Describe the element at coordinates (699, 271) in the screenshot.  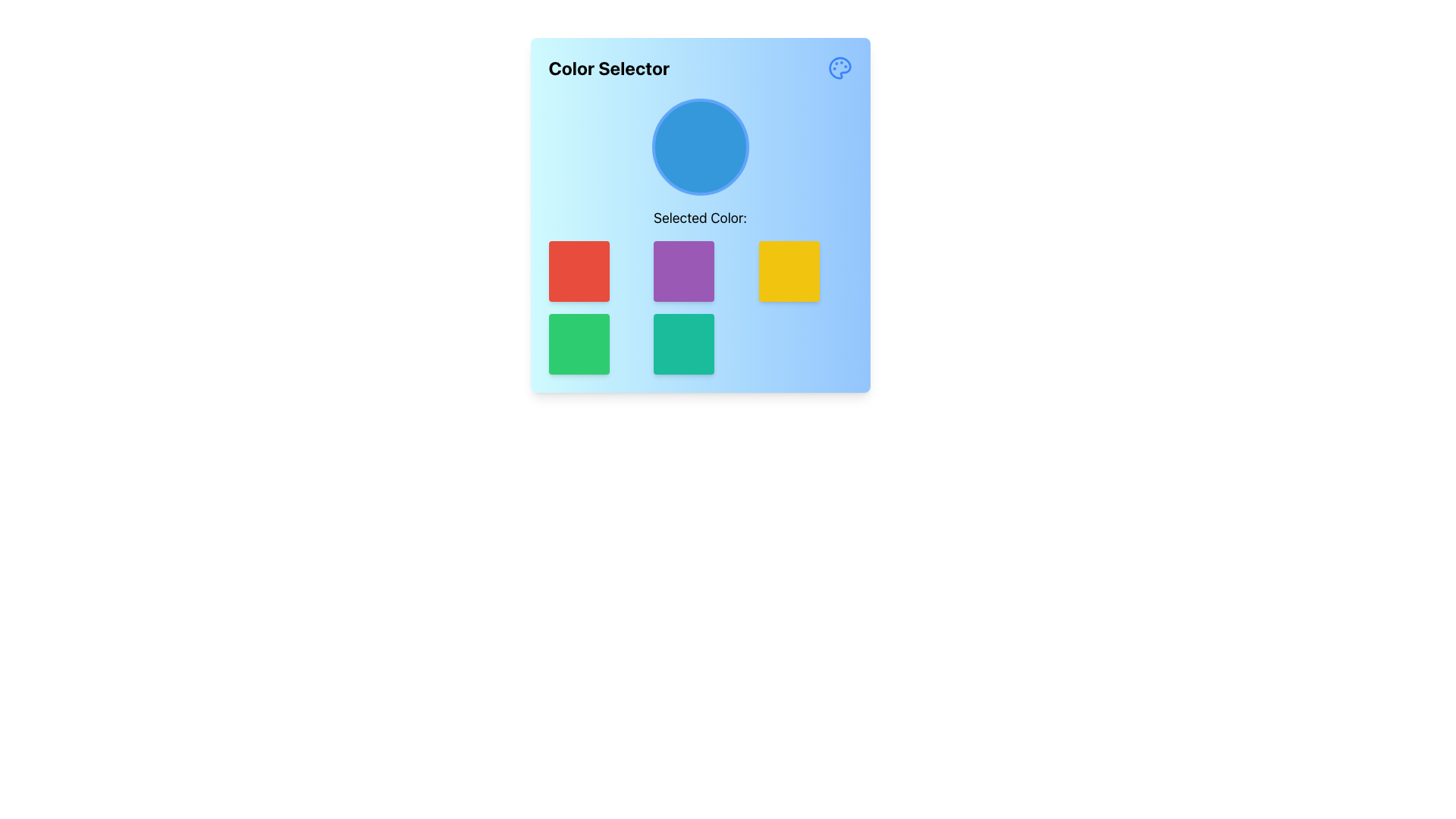
I see `the purple square button located in the central column of the grid to scale it` at that location.